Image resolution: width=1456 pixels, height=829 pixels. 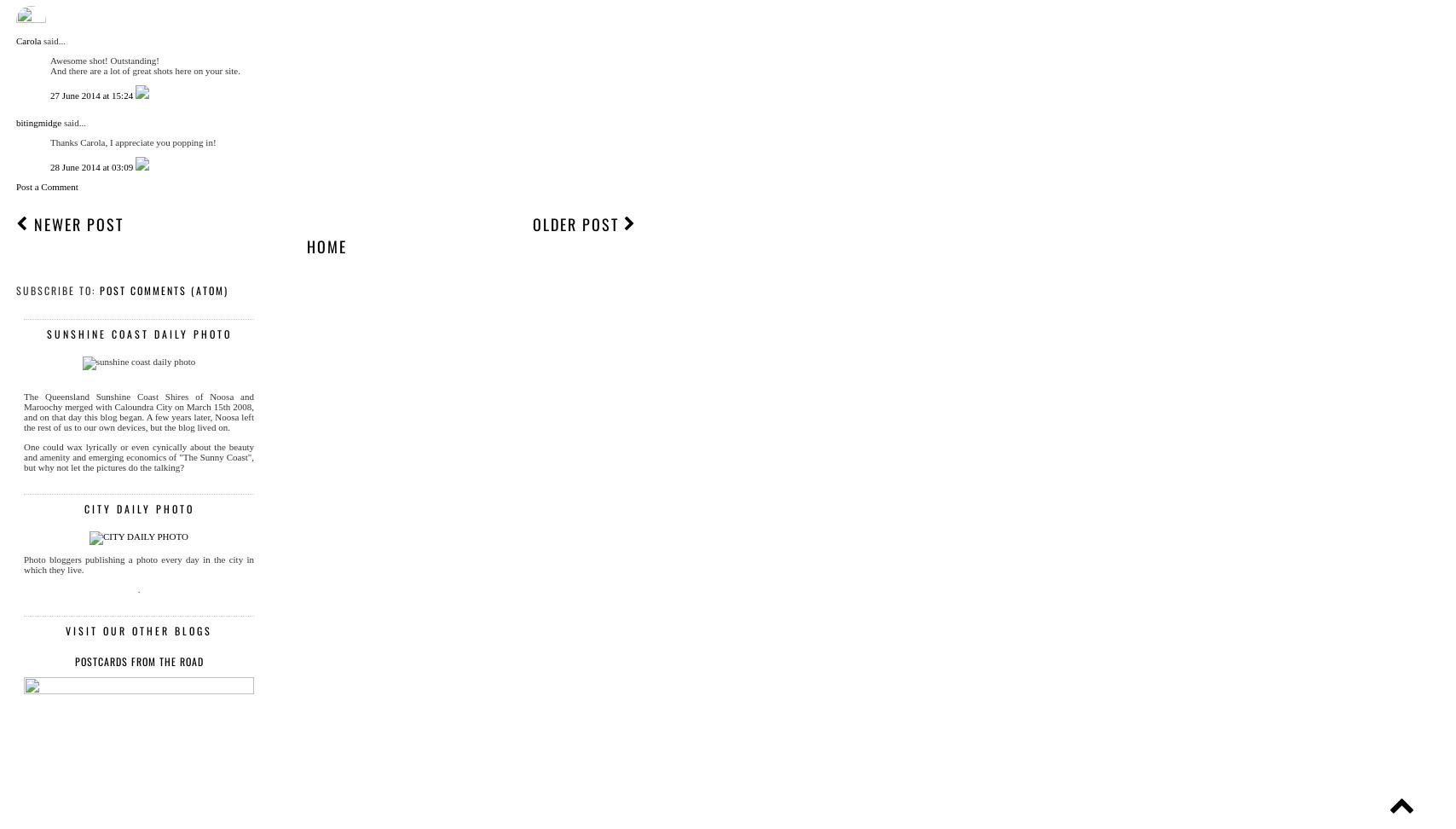 What do you see at coordinates (138, 410) in the screenshot?
I see `'The Queensland Sunshine Coast Shires of Noosa and Maroochy merged with Caloundra City on March 15th 2008, and on that day this blog began.  A few years later, Noosa left the rest of us to our own devices, but the blog lived on.'` at bounding box center [138, 410].